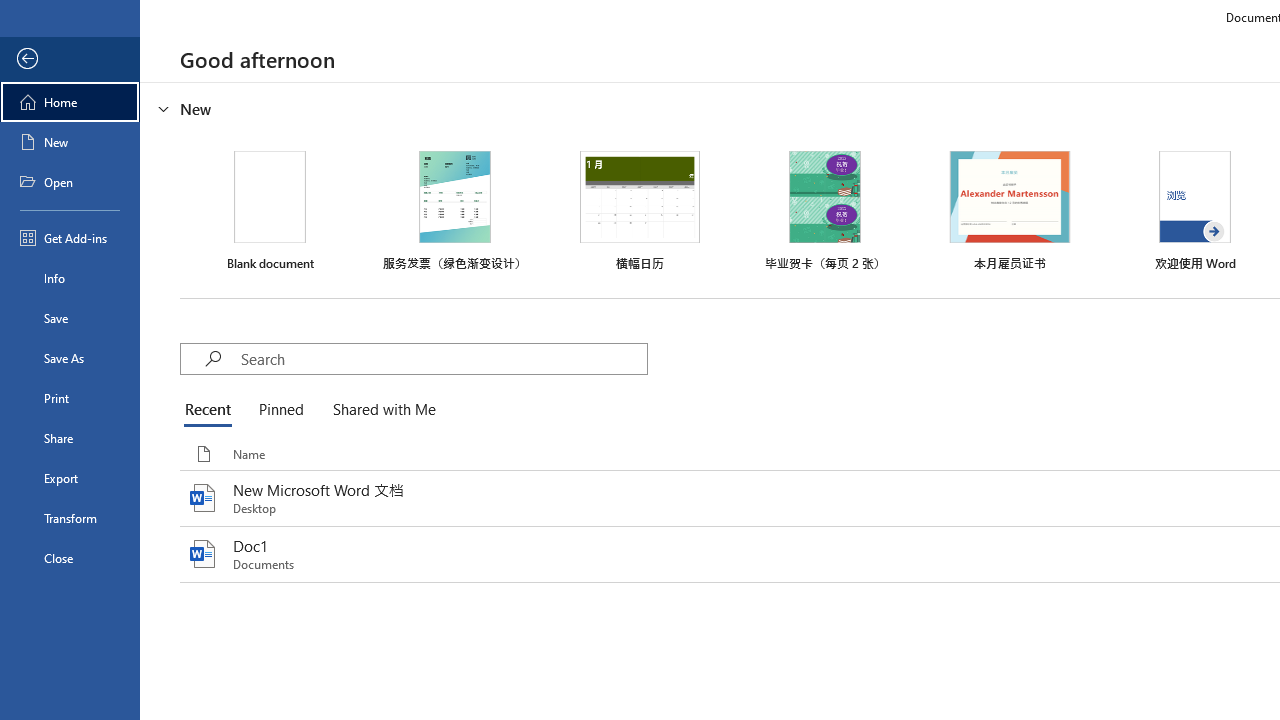 This screenshot has height=720, width=1280. What do you see at coordinates (380, 410) in the screenshot?
I see `'Shared with Me'` at bounding box center [380, 410].